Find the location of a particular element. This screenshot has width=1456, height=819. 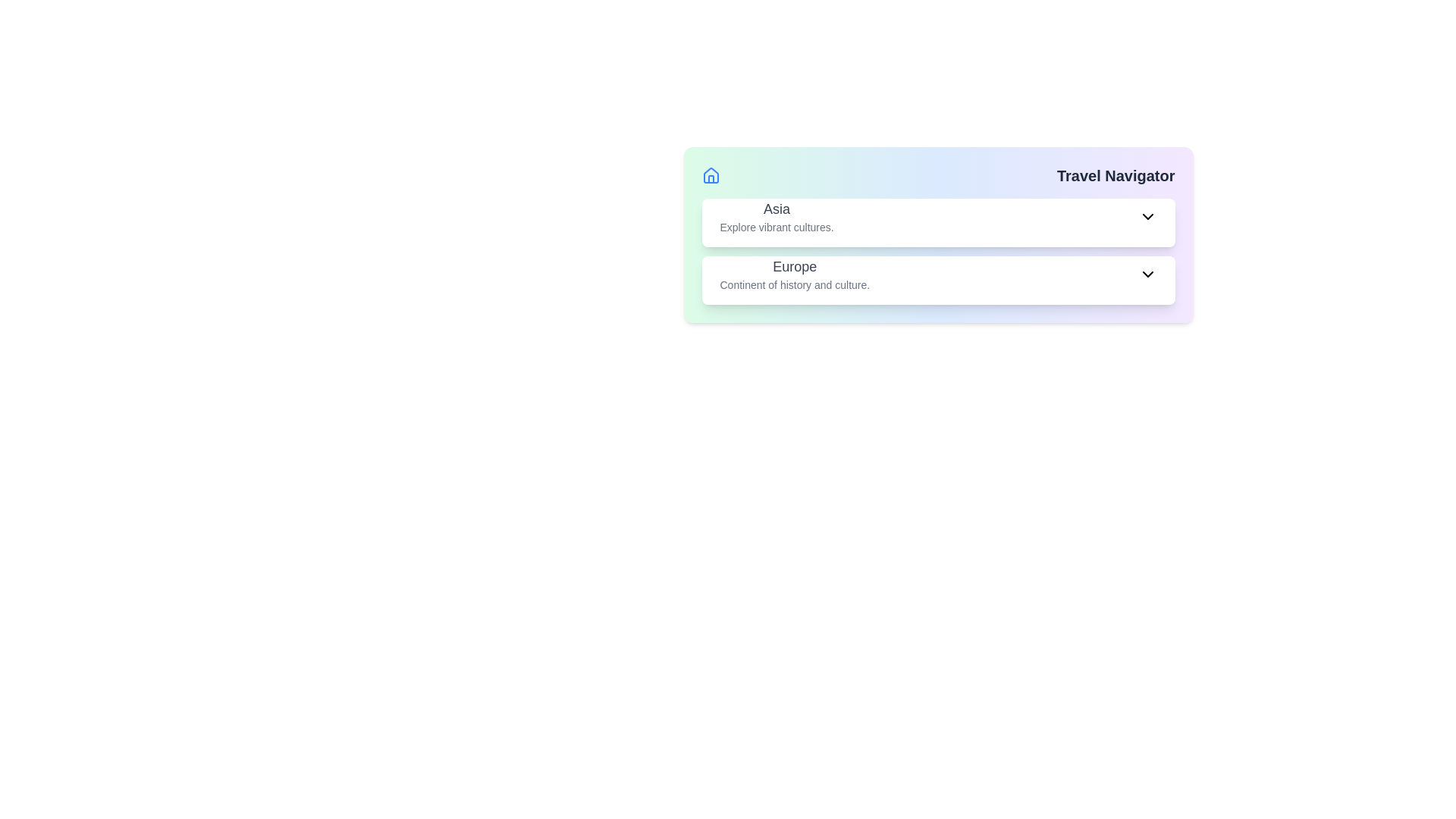

the downward-pointing chevron icon located within the dropdown button area is located at coordinates (1147, 216).